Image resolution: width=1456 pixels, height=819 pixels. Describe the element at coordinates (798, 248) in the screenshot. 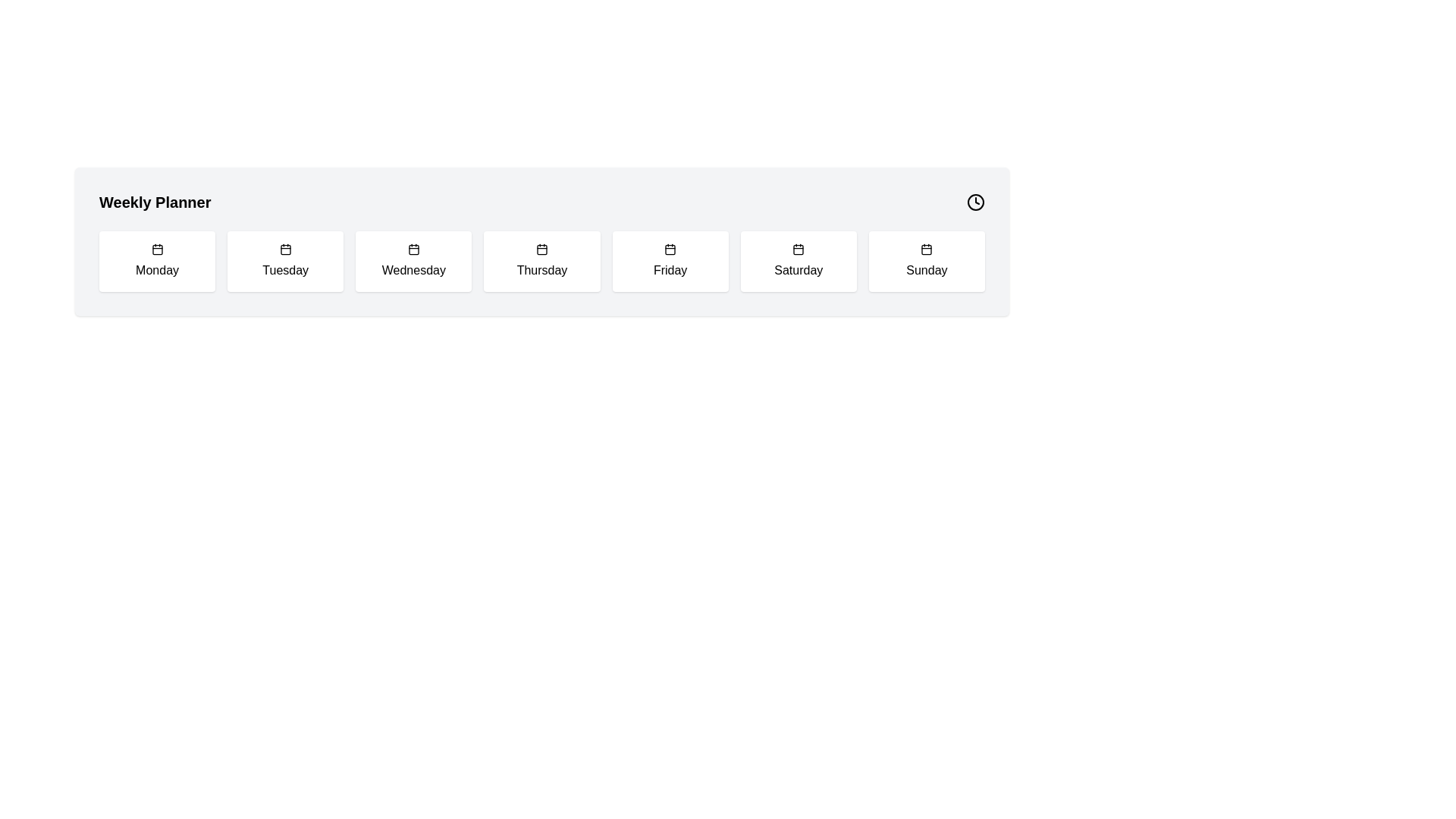

I see `the Decorative Icon representing 'Saturday' in the Weekly Planner interface` at that location.